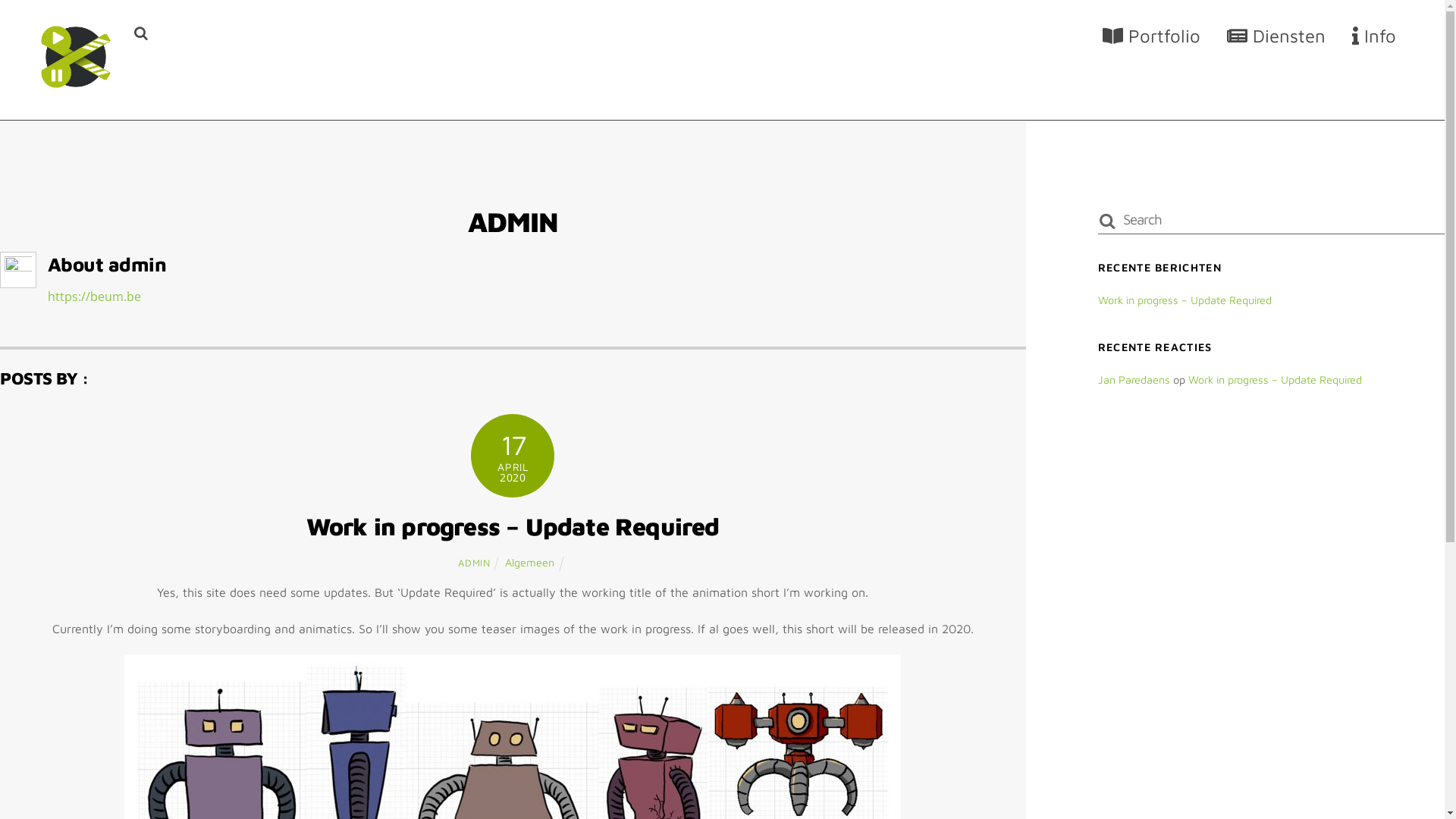 The width and height of the screenshot is (1456, 819). I want to click on 'Portfolio', so click(1151, 35).